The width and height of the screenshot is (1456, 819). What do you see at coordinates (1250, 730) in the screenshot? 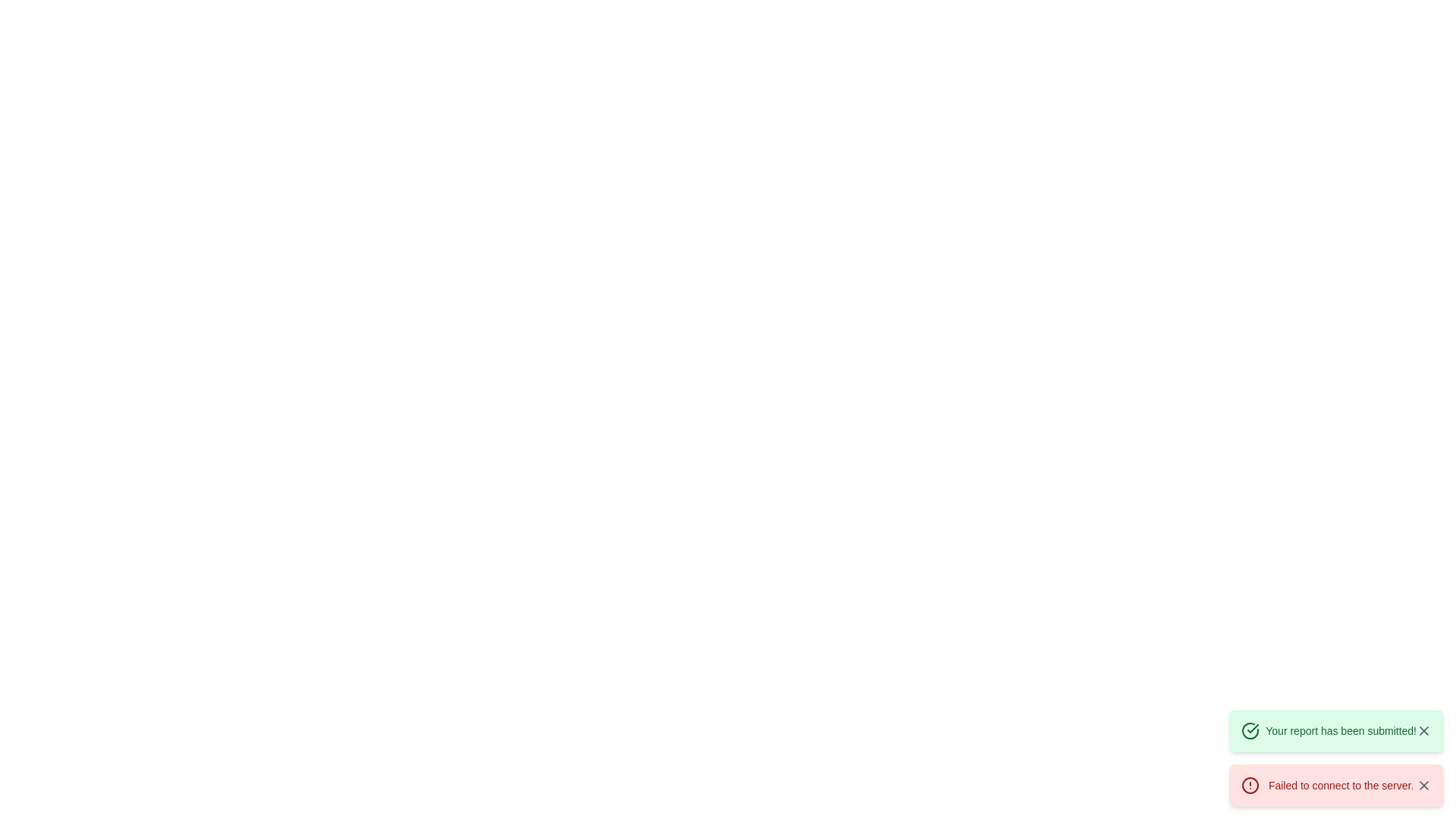
I see `the circular boundary of the checkmark icon to utilize its functionality` at bounding box center [1250, 730].